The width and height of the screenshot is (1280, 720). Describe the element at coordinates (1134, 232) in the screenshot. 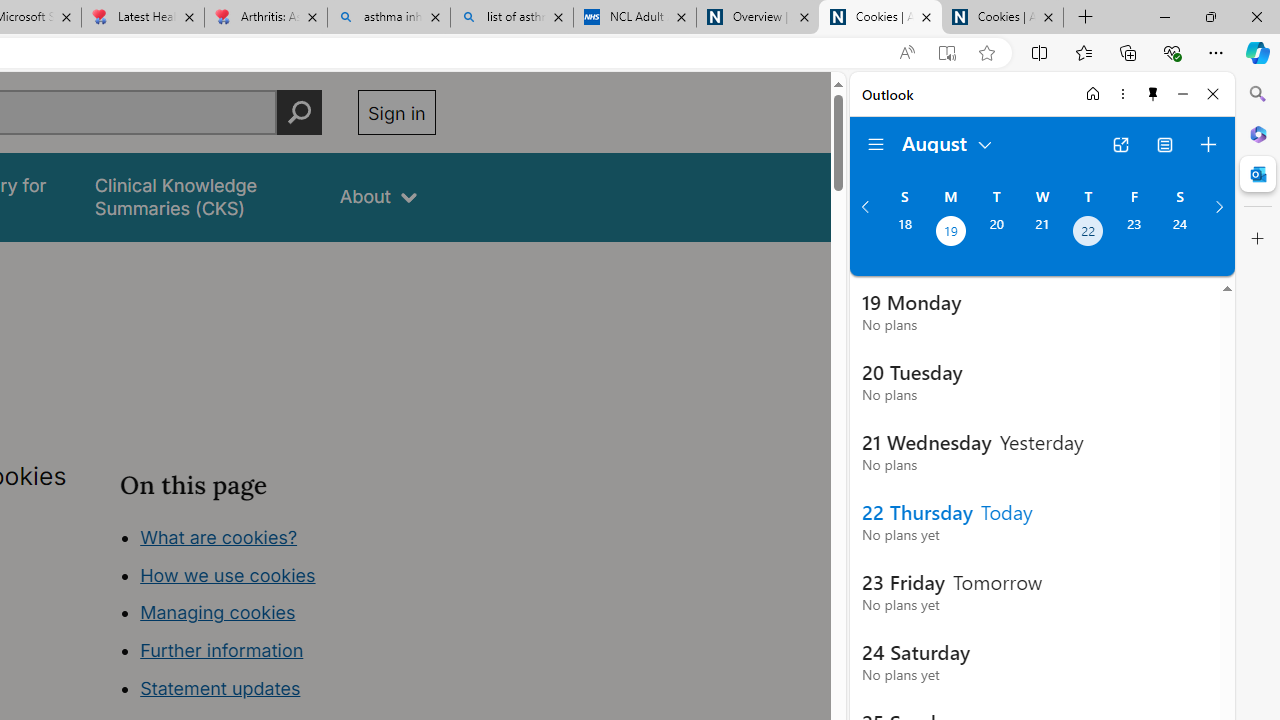

I see `'Friday, August 23, 2024. '` at that location.